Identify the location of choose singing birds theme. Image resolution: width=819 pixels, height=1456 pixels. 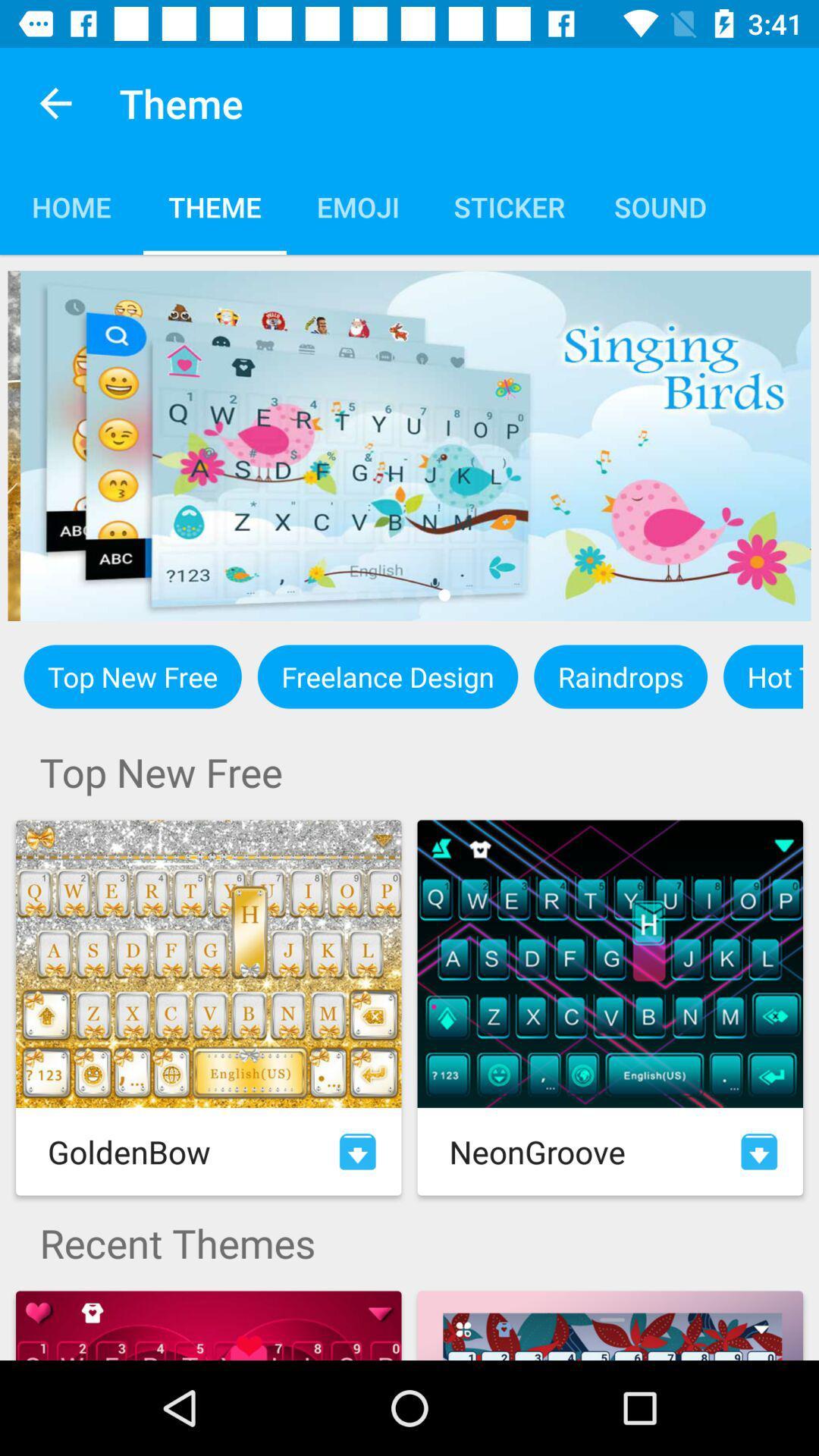
(409, 445).